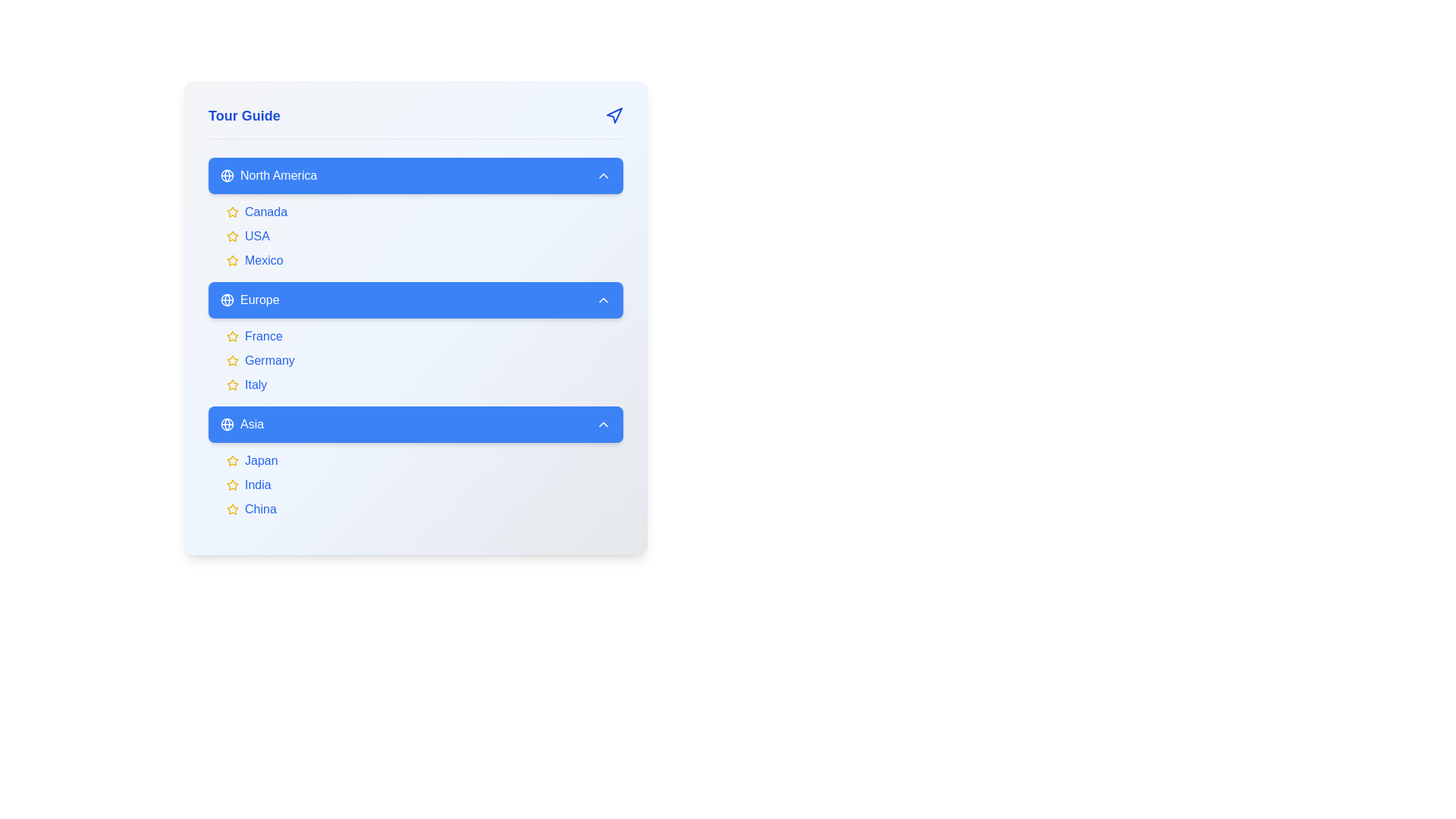  What do you see at coordinates (614, 115) in the screenshot?
I see `the navigation arrow icon styled with a blue outline located at the top-right corner of the 'Tour Guide' panel, to the right of the 'Tour Guide' text` at bounding box center [614, 115].